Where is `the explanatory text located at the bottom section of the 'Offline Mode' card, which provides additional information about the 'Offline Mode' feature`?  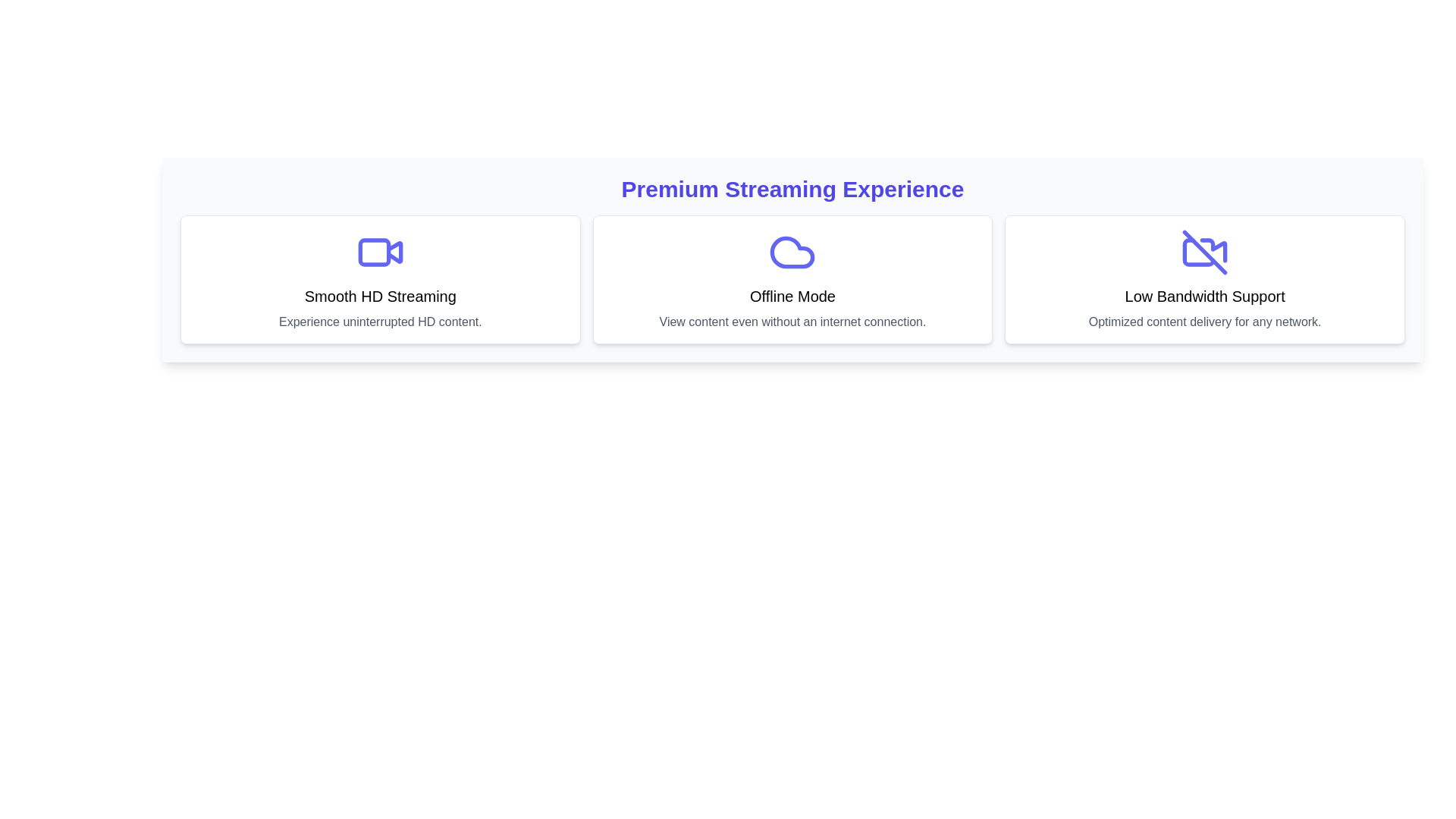
the explanatory text located at the bottom section of the 'Offline Mode' card, which provides additional information about the 'Offline Mode' feature is located at coordinates (792, 321).